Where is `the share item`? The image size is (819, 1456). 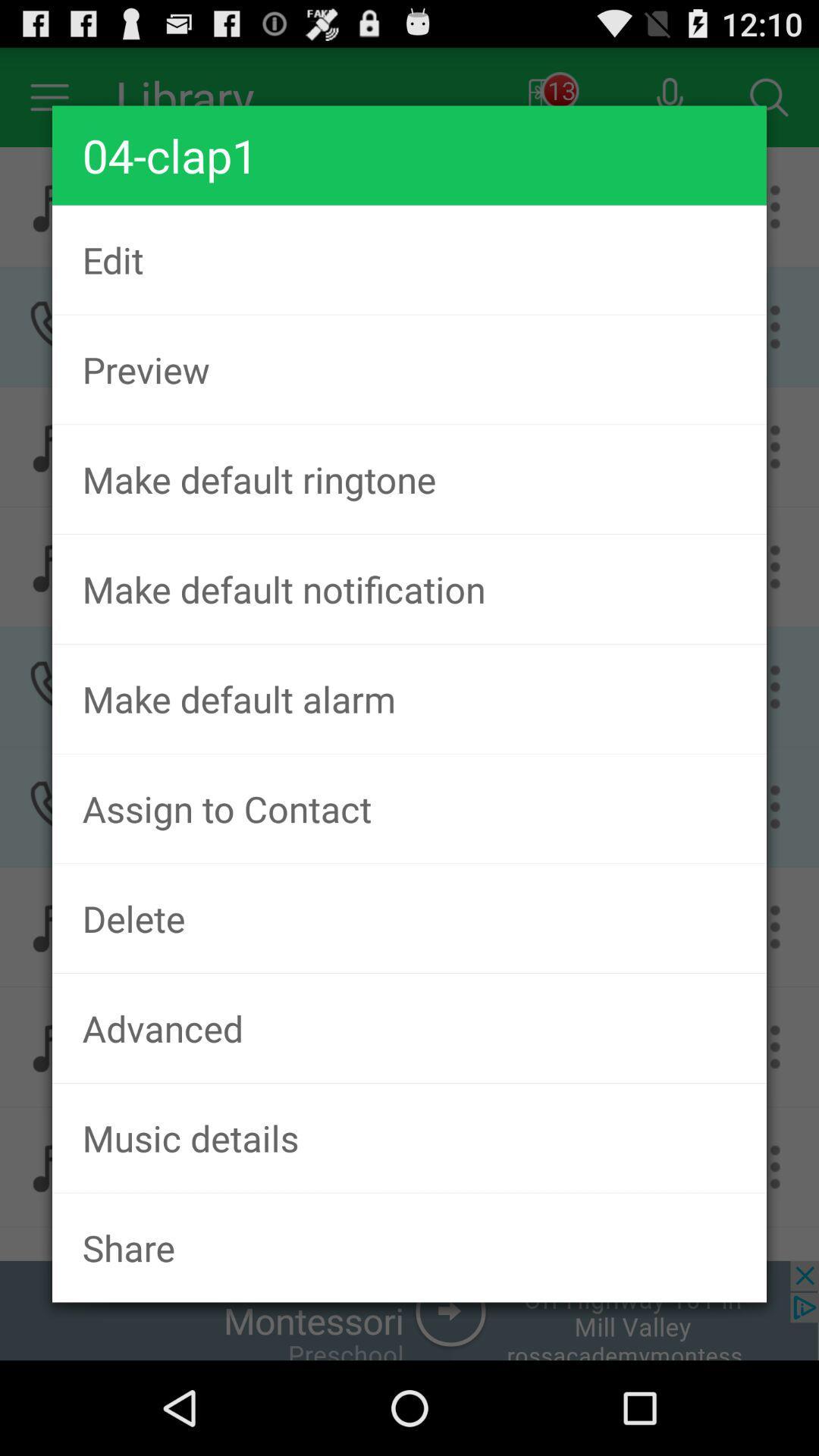
the share item is located at coordinates (409, 1247).